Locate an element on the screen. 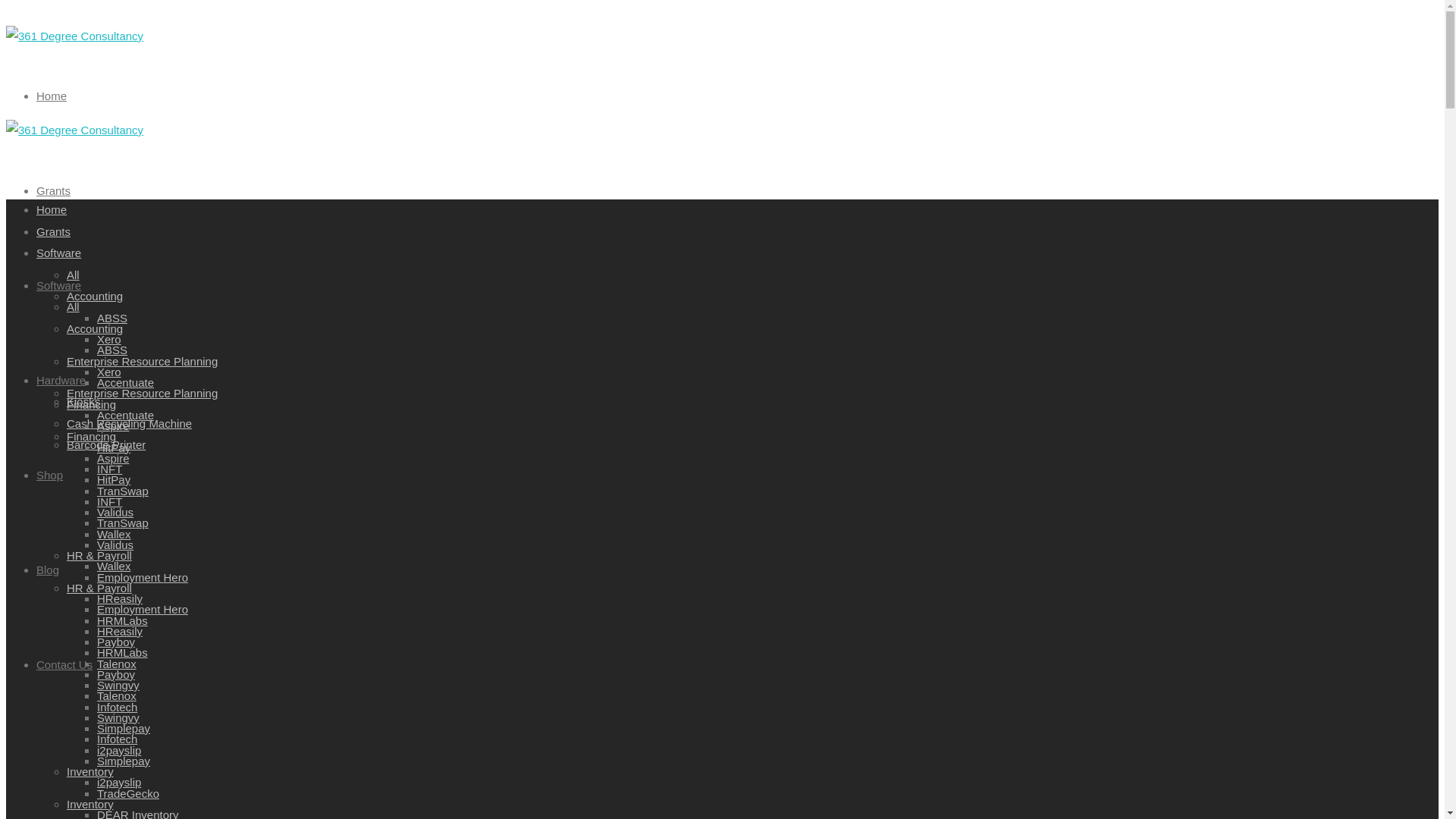 The width and height of the screenshot is (1456, 819). 'Swingvy' is located at coordinates (118, 685).